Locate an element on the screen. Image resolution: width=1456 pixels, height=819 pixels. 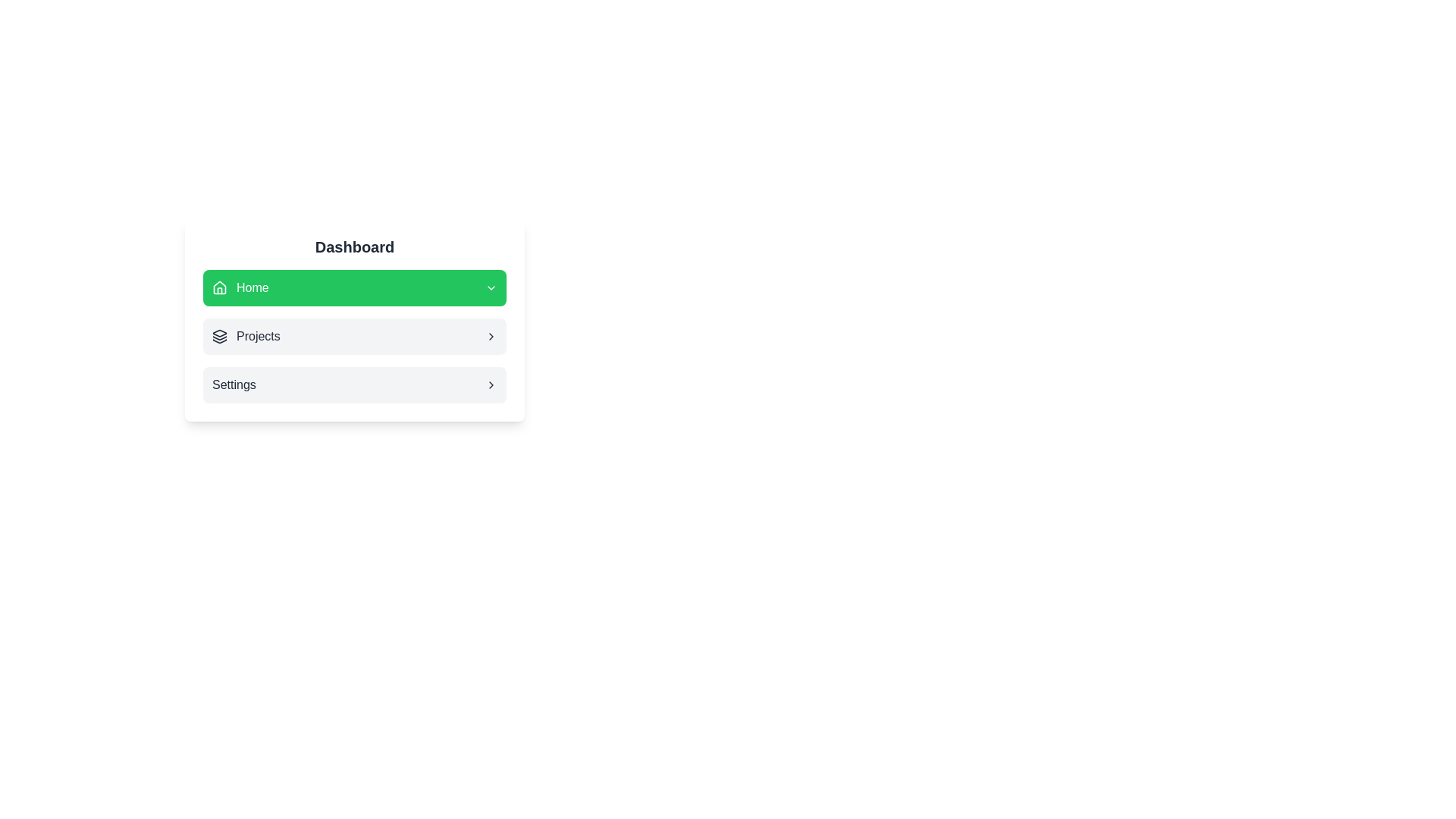
the triangular portion of the multi-layer icon representing the lowermost layer in the stack is located at coordinates (218, 341).